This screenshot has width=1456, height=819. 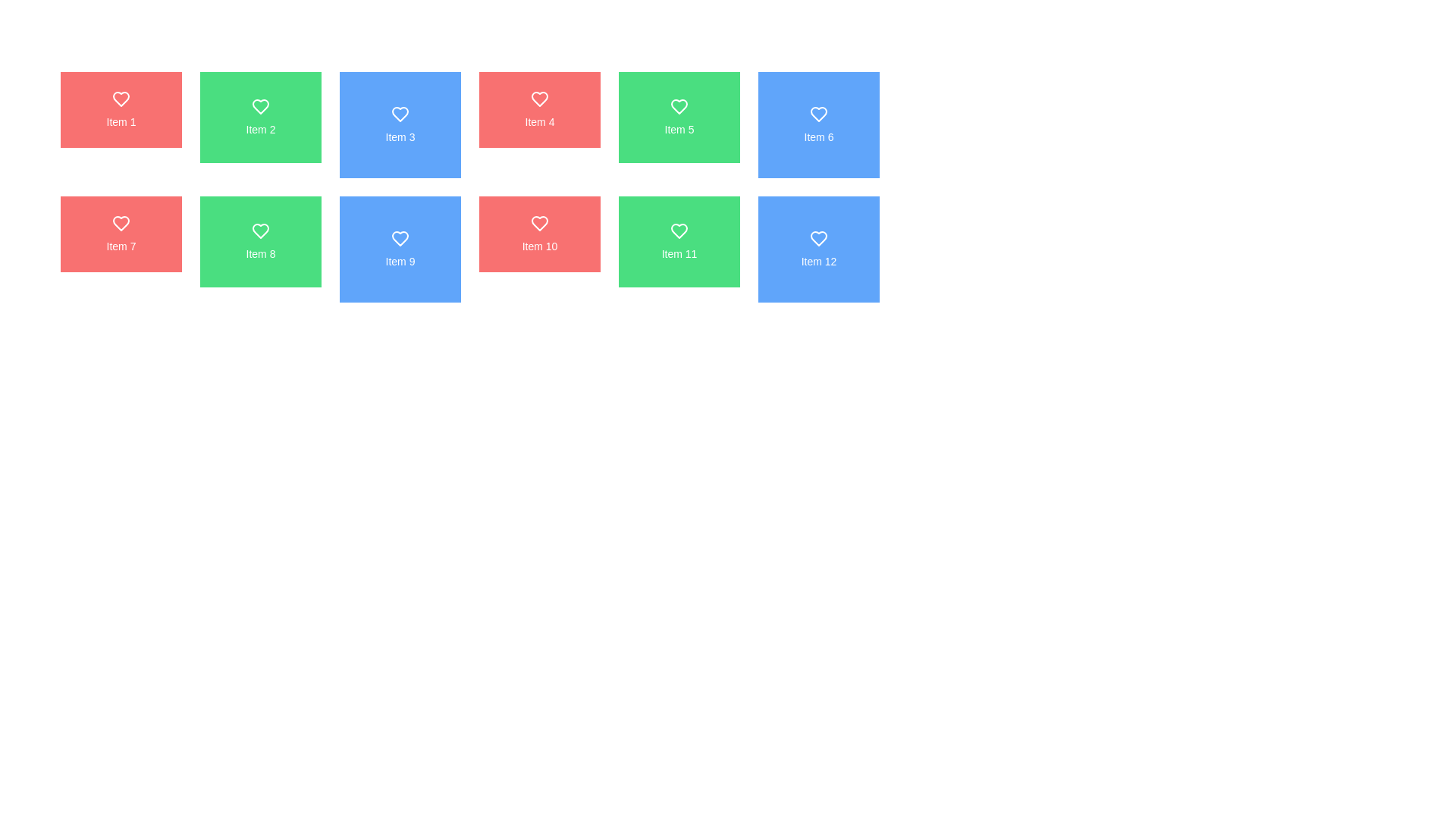 I want to click on the interactive icon located within the green square labeled 'Item 2' in the first row of the grid layout, so click(x=261, y=106).